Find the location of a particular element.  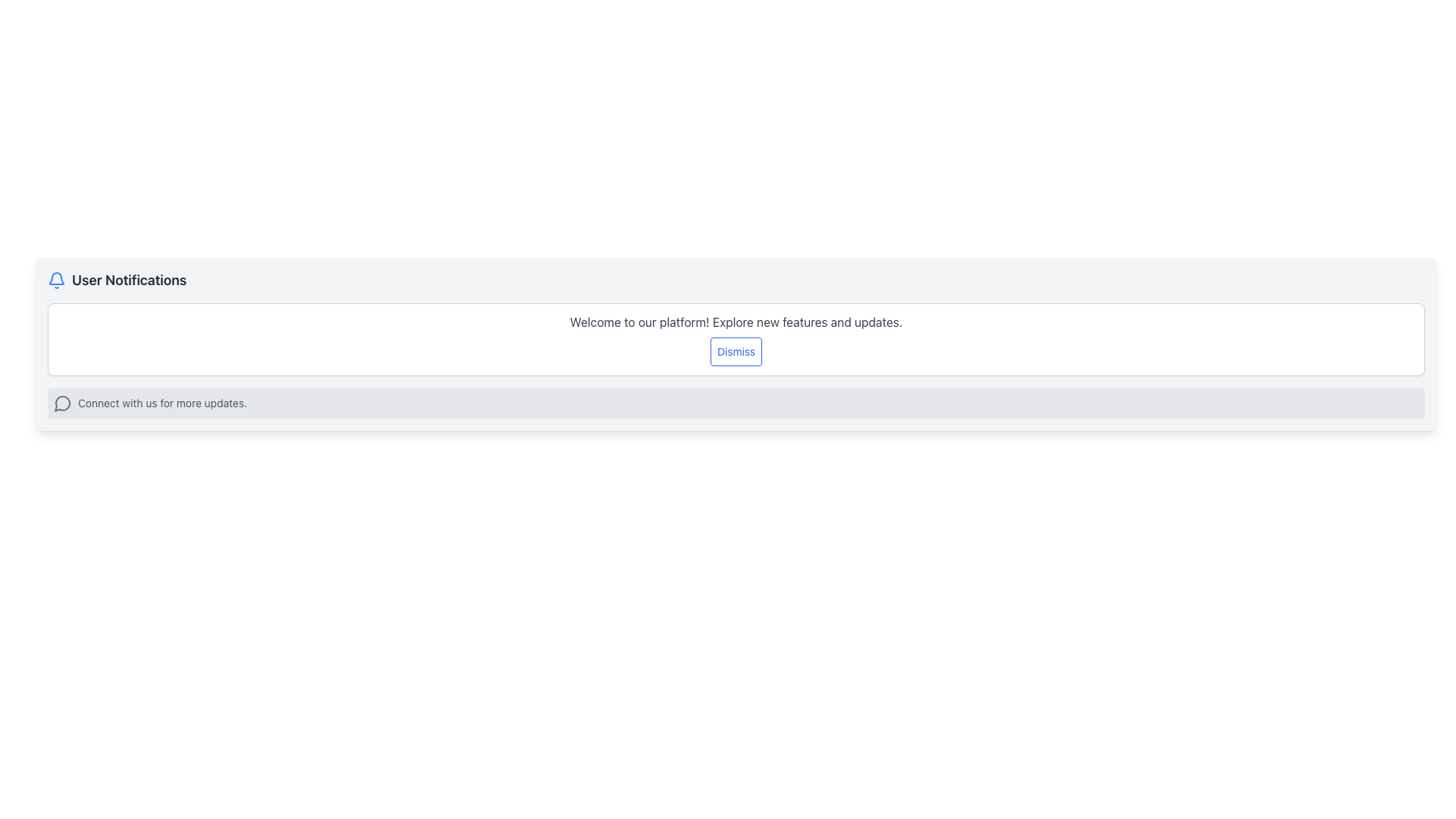

the 'Dismiss' button, which is a rectangular button with a blue border and rounded corners located in the bottom-right corner of a notification message box is located at coordinates (736, 351).